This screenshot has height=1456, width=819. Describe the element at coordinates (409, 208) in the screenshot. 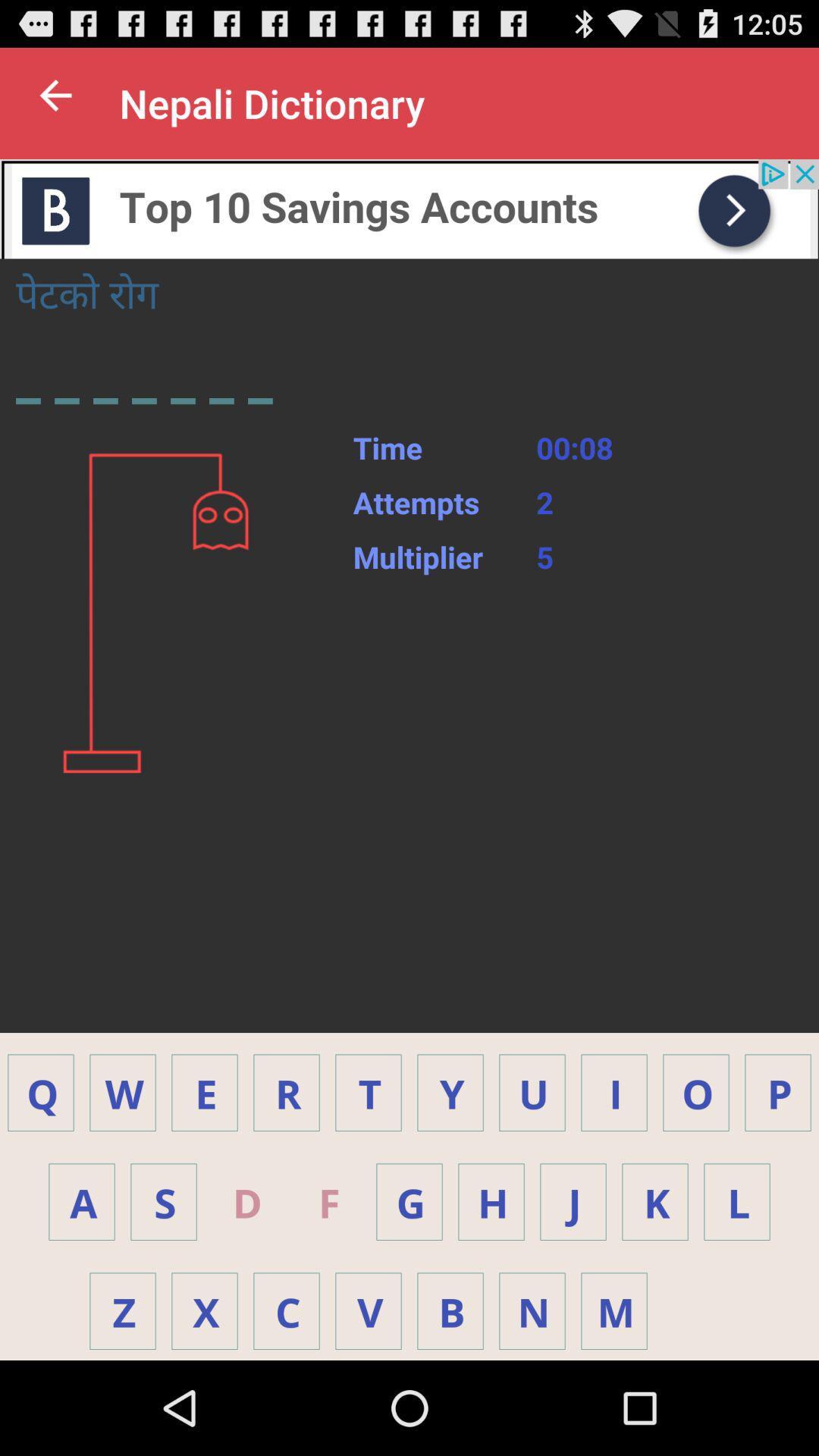

I see `details about advertisement` at that location.